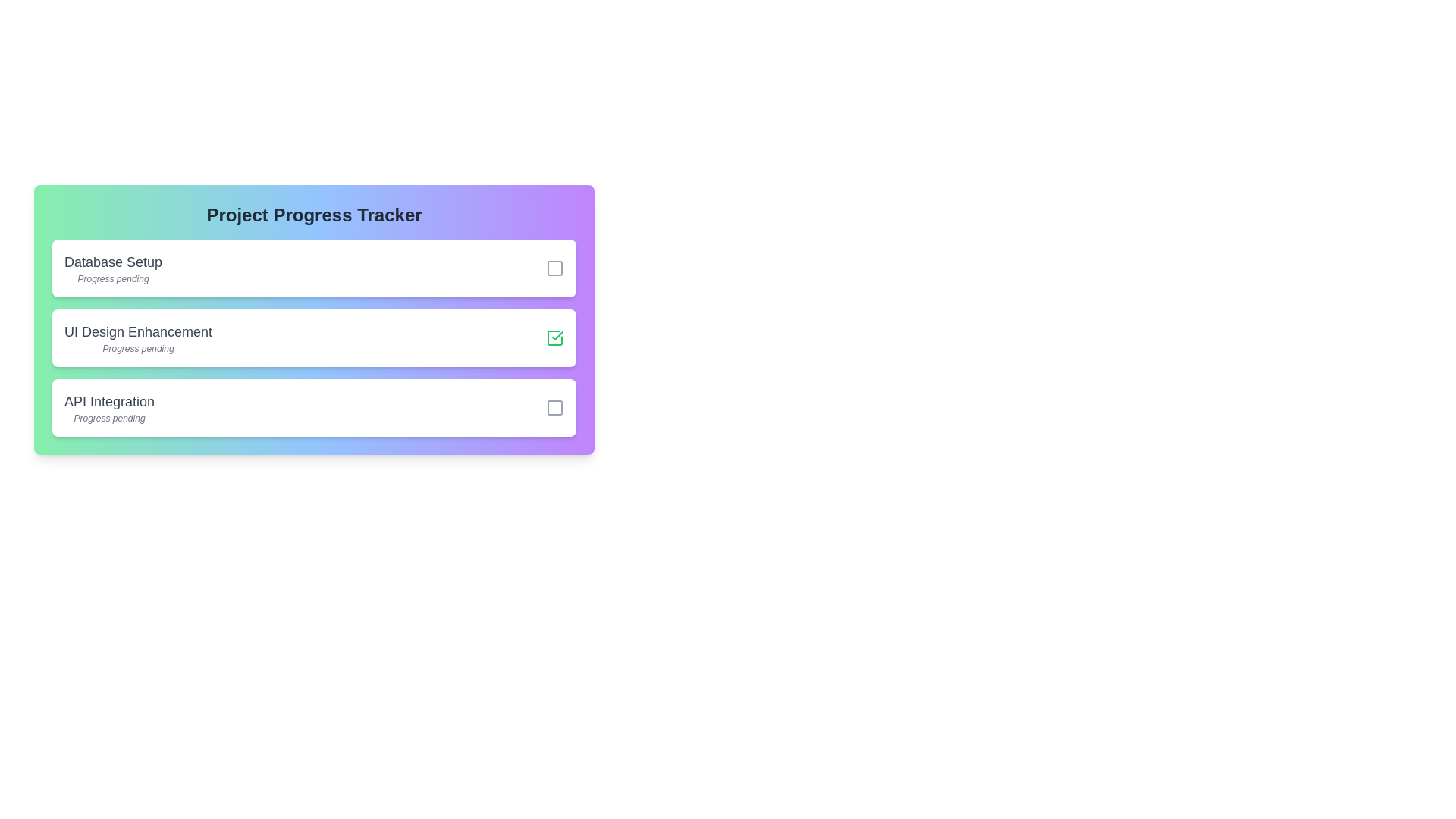  What do you see at coordinates (313, 215) in the screenshot?
I see `the text of the heading 'Project Progress Tracker'` at bounding box center [313, 215].